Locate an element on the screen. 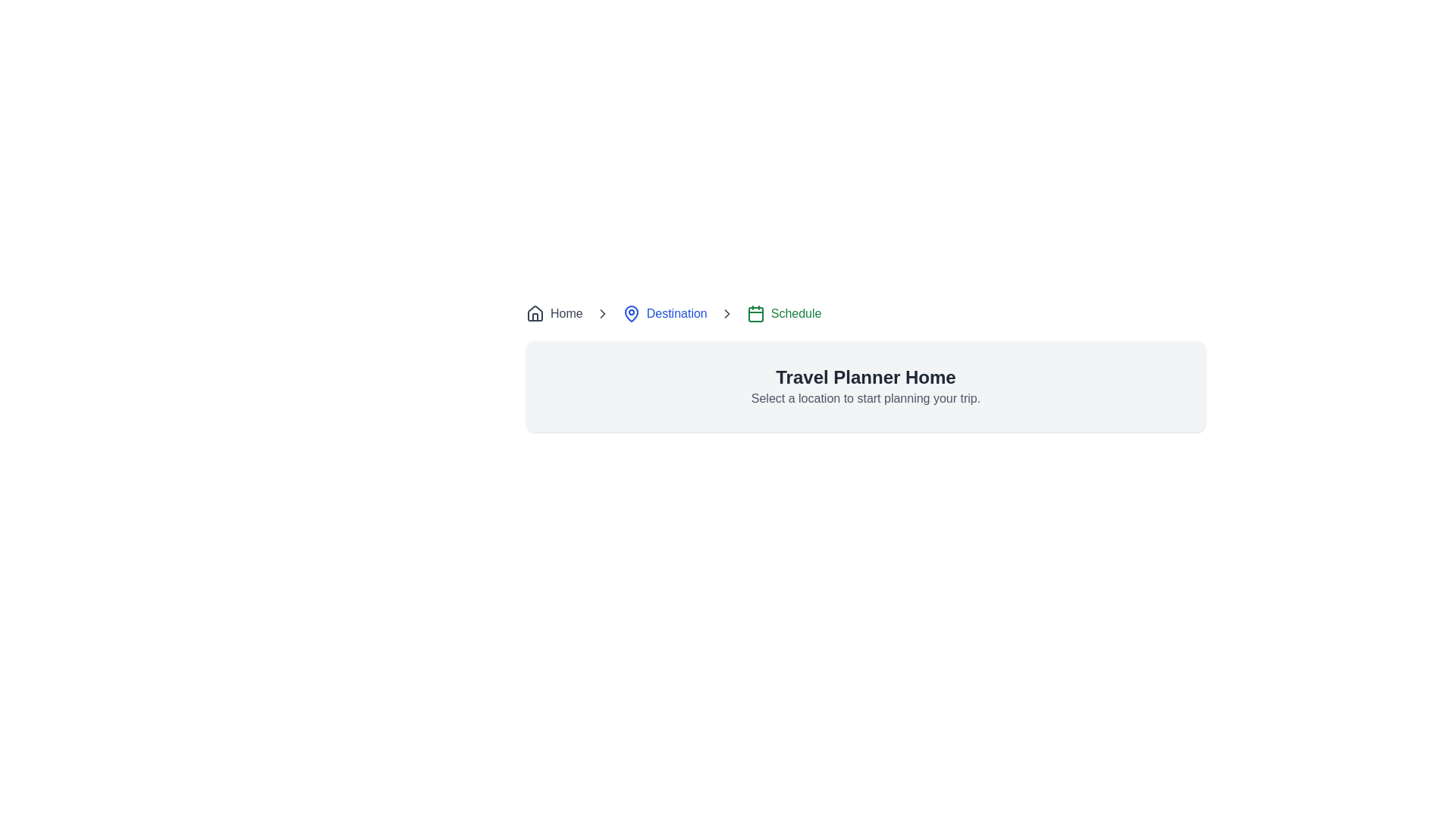 The image size is (1456, 819). the chevron icon in the navigation breadcrumb, which separates the 'Destination' link from the 'Schedule' link is located at coordinates (601, 312).